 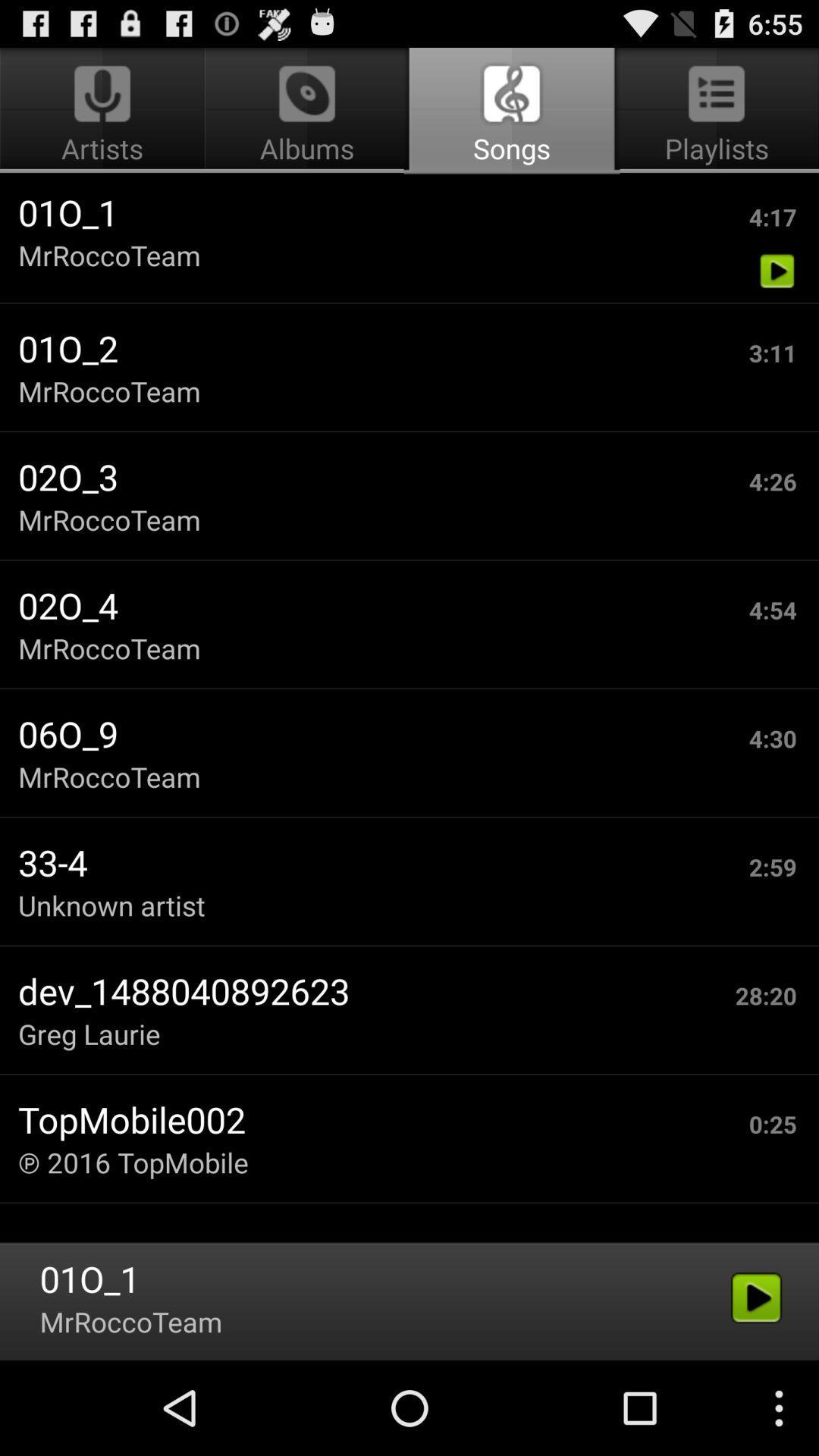 What do you see at coordinates (104, 111) in the screenshot?
I see `item above 01o_1 item` at bounding box center [104, 111].